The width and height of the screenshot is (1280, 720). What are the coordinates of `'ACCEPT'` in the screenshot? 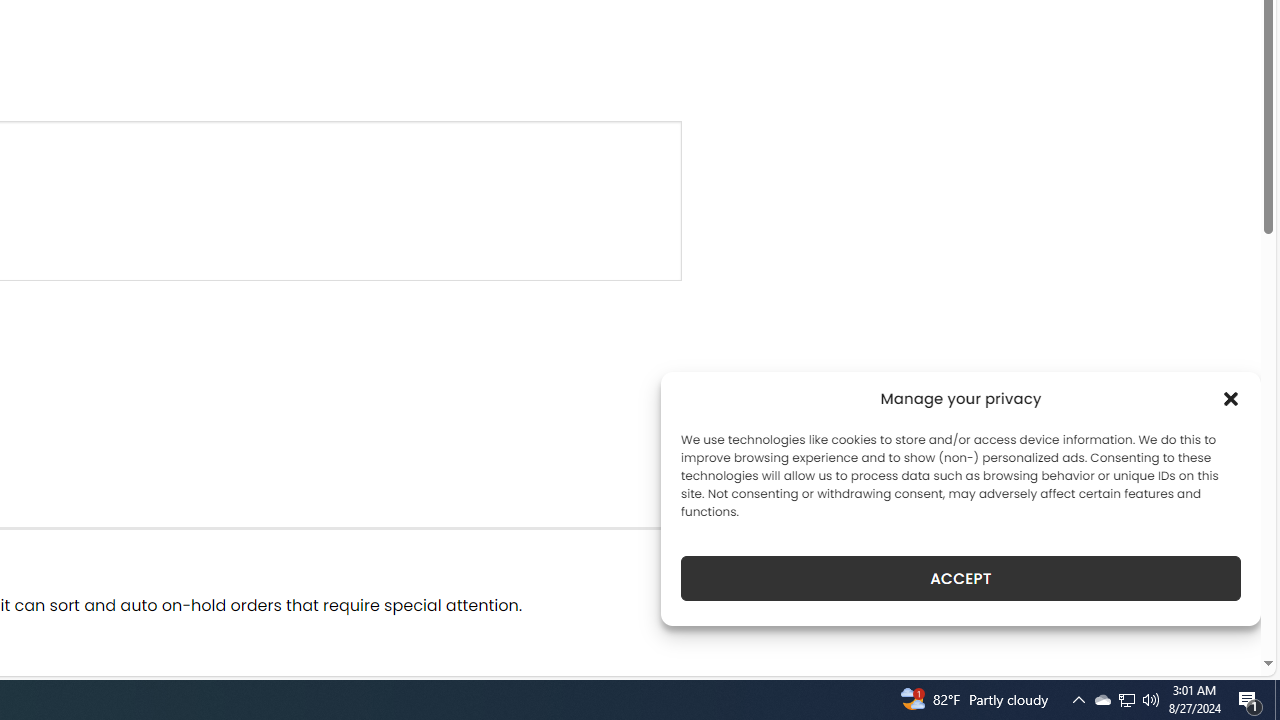 It's located at (961, 578).